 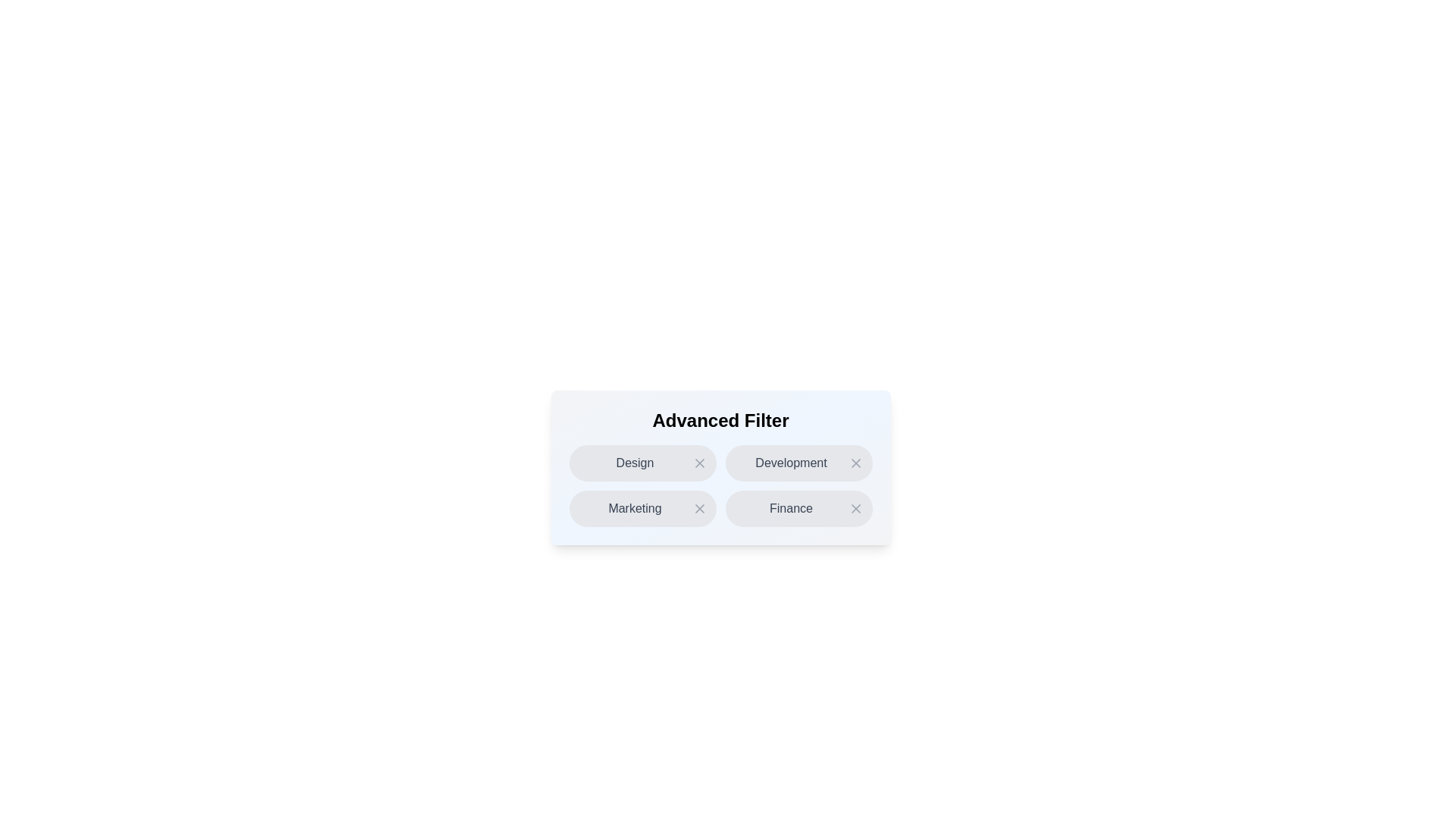 I want to click on the chip labeled Development, so click(x=798, y=462).